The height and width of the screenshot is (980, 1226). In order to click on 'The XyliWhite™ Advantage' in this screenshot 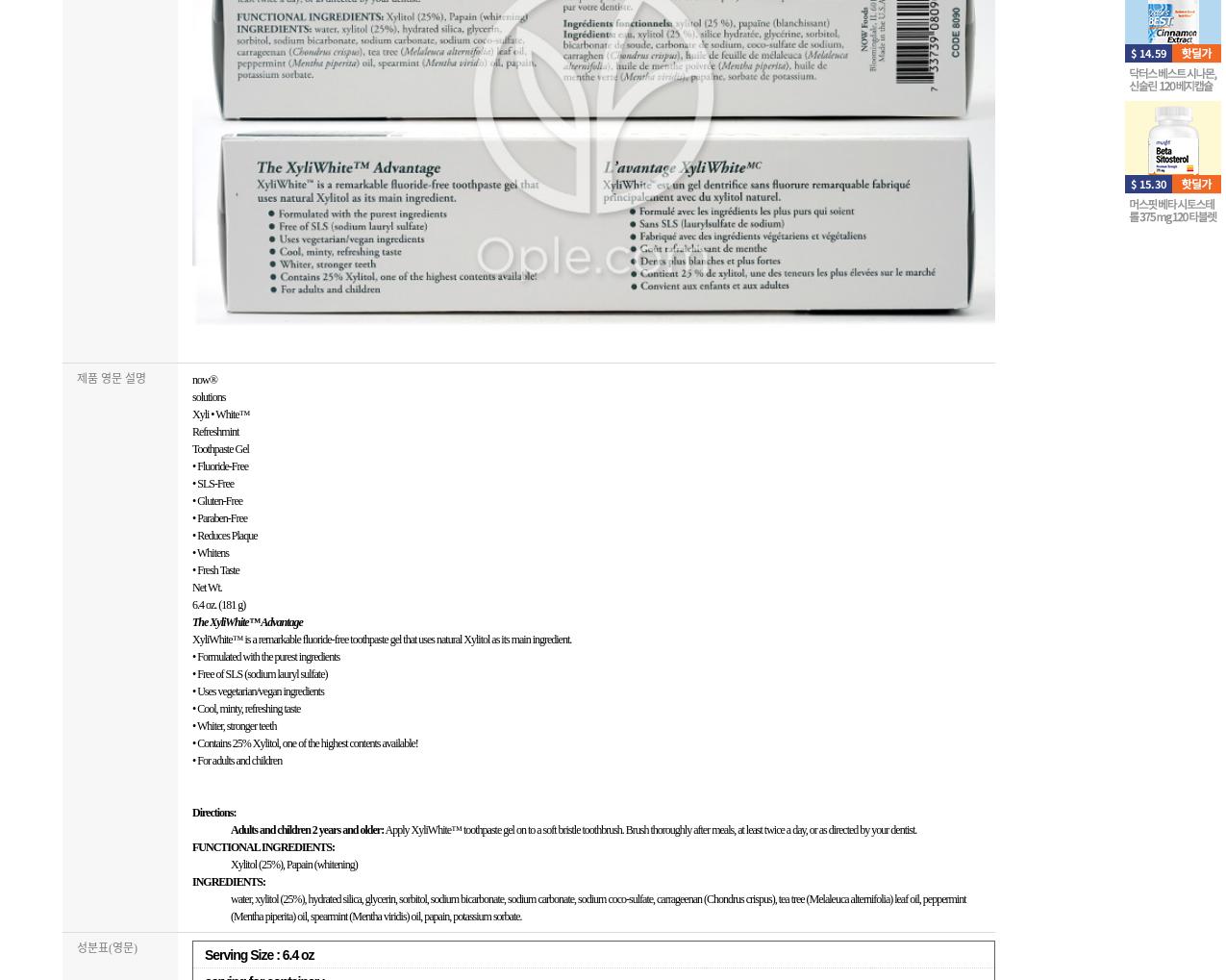, I will do `click(246, 621)`.